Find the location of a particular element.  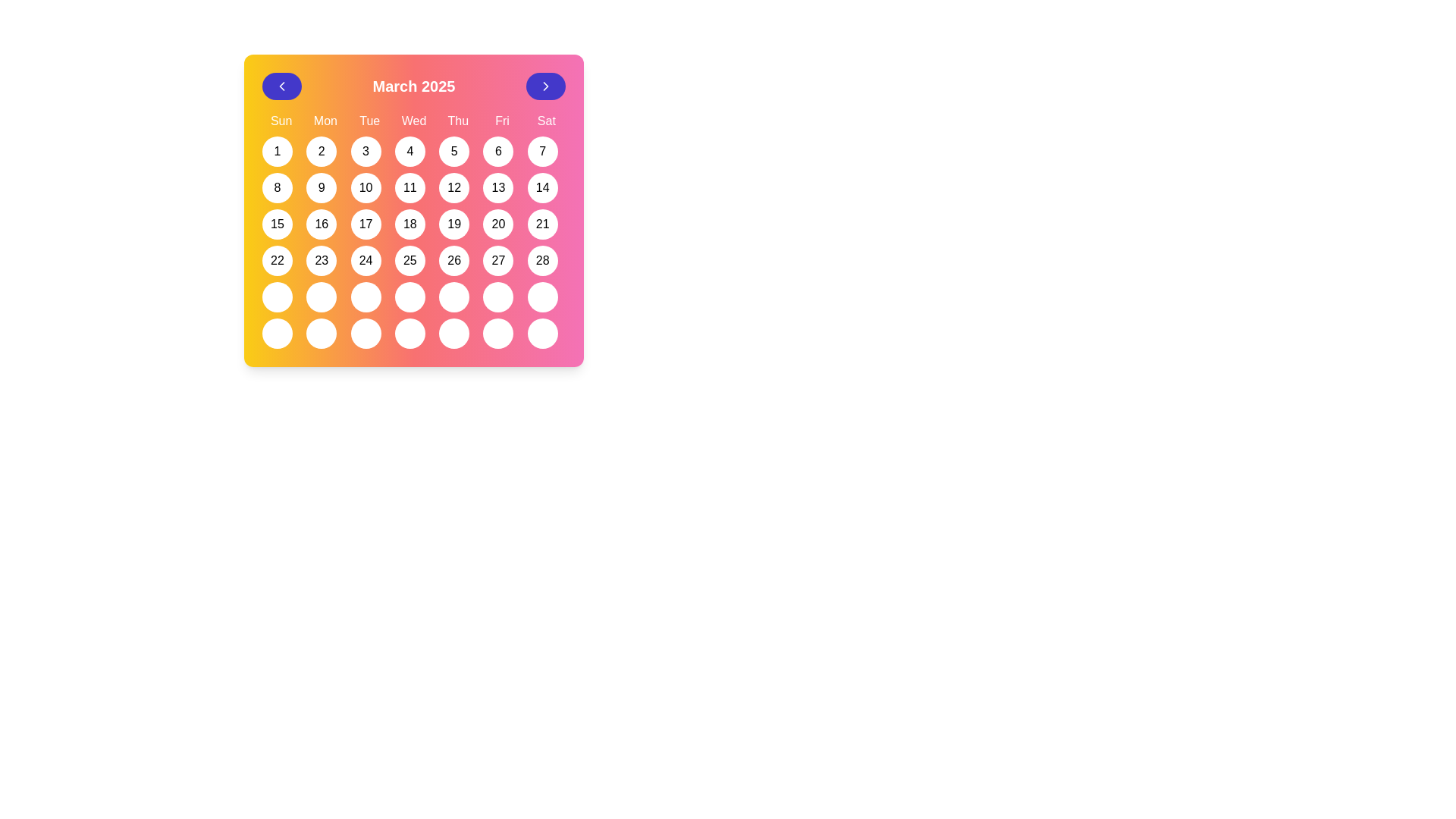

the button representing the 7th day of the month in the calendar interface, located under the 'Sat' column is located at coordinates (542, 152).